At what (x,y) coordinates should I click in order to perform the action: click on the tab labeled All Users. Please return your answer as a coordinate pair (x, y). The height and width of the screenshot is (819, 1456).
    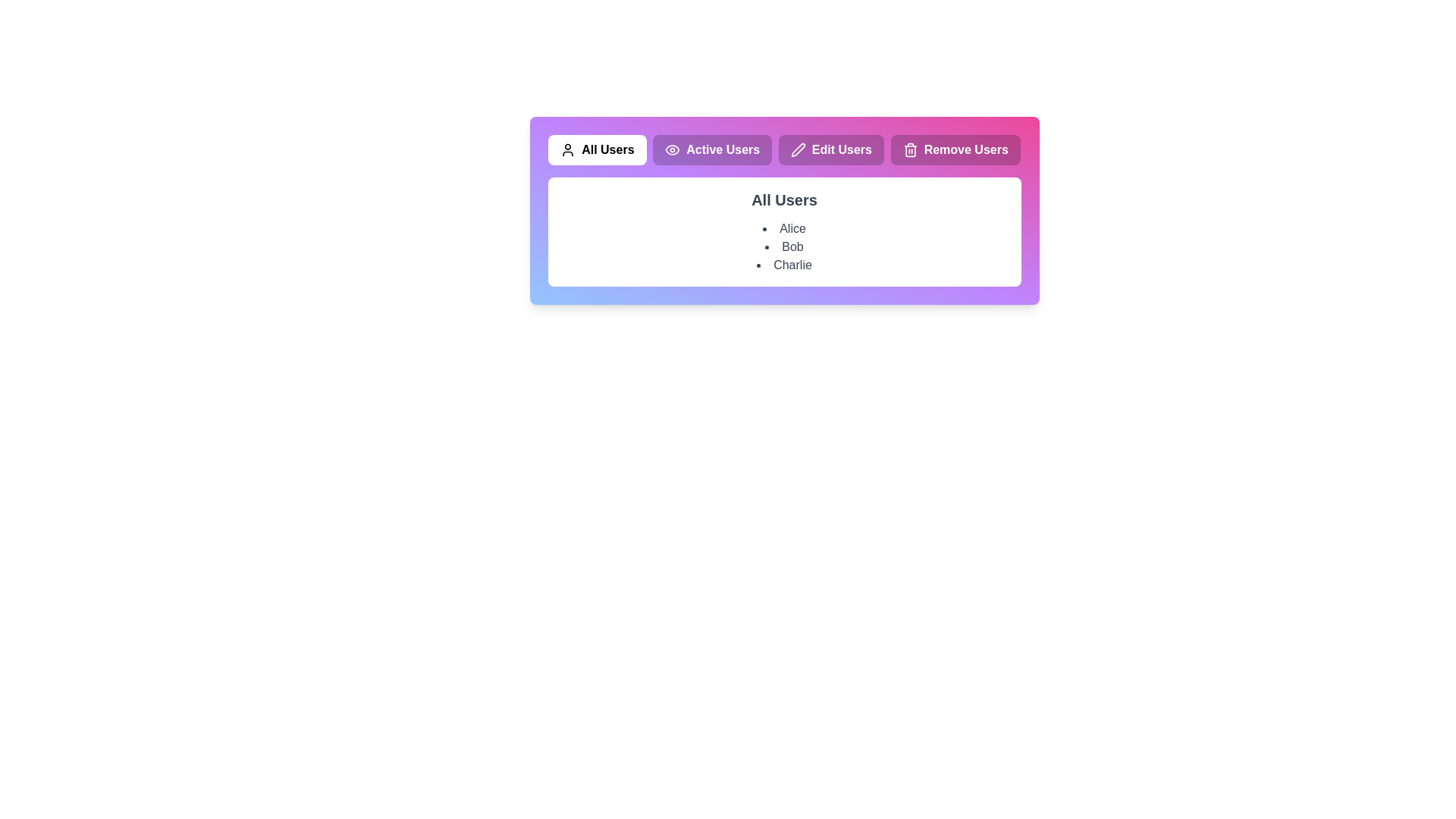
    Looking at the image, I should click on (596, 149).